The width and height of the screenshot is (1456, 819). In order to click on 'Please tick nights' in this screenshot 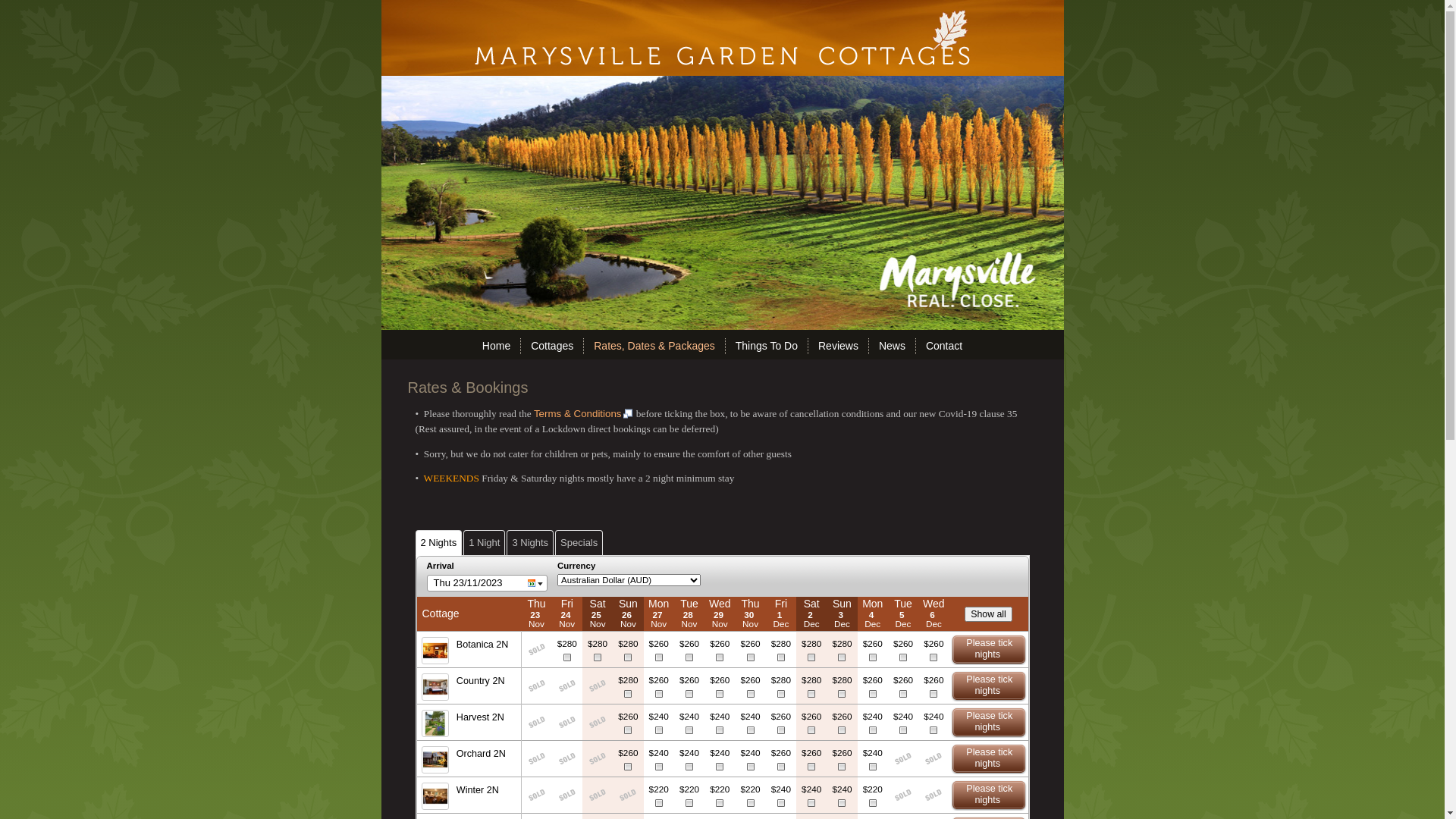, I will do `click(989, 721)`.